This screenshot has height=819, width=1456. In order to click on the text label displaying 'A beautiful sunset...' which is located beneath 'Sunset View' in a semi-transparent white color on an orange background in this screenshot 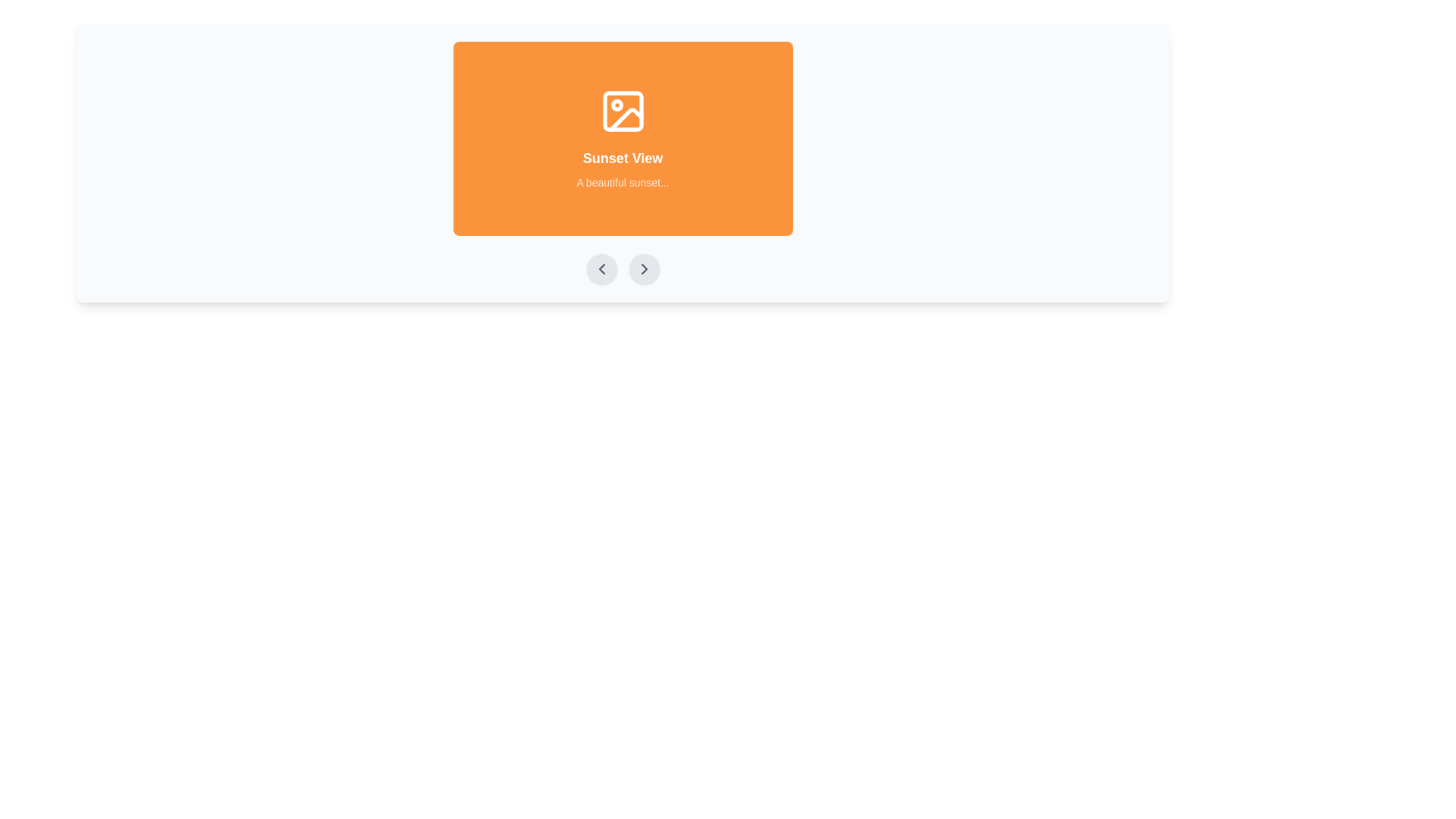, I will do `click(623, 181)`.